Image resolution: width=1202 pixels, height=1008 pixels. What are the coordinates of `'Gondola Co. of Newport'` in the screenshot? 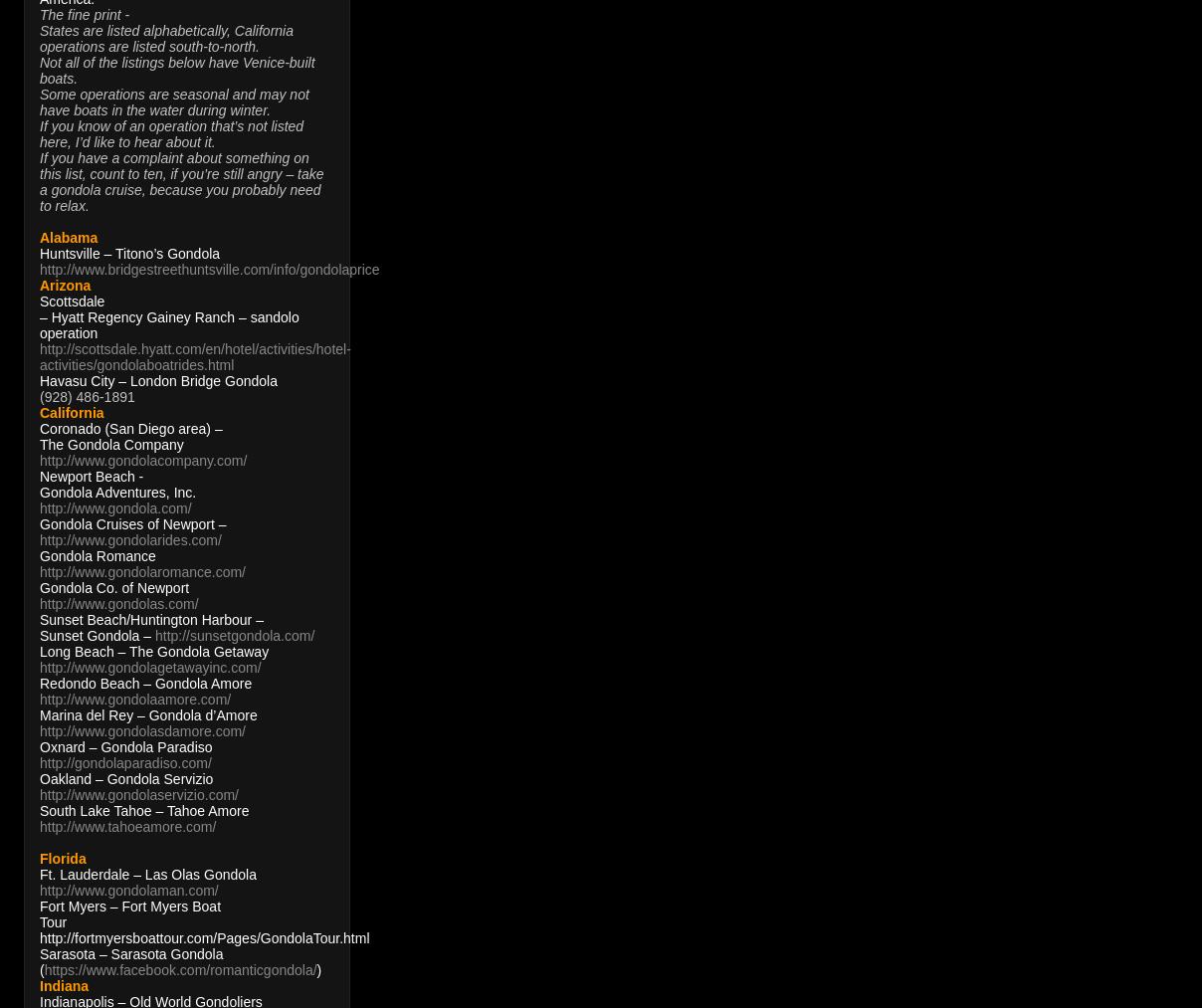 It's located at (113, 587).